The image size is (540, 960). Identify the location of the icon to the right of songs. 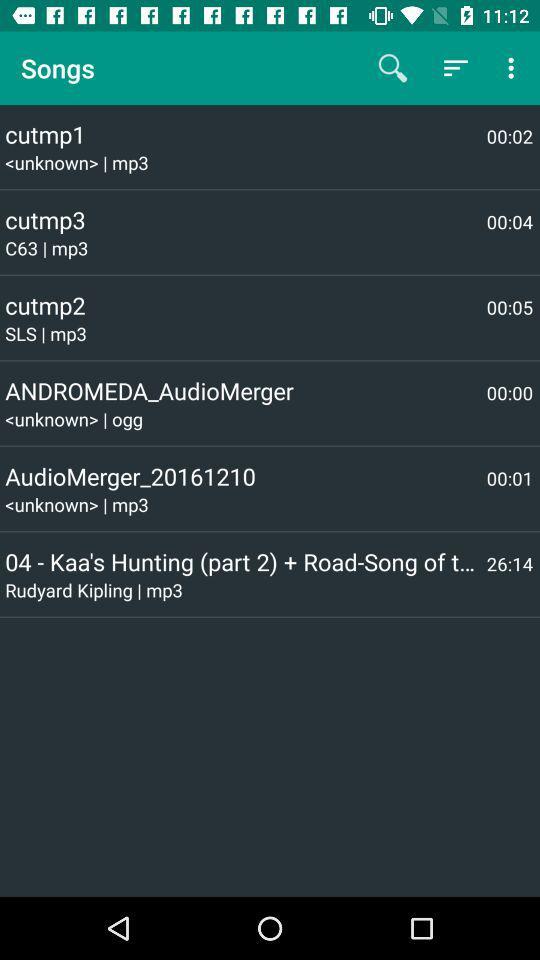
(393, 68).